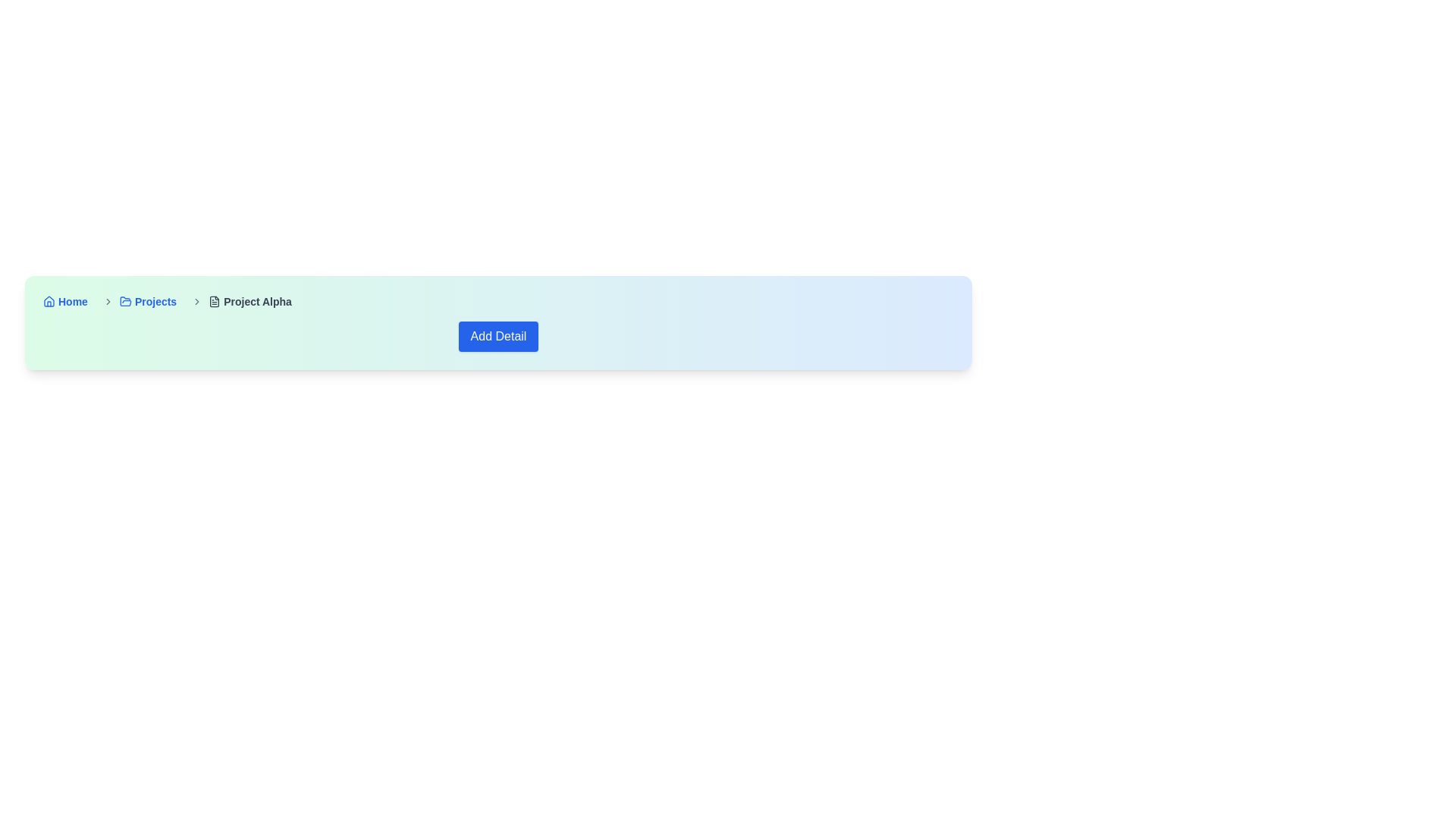  I want to click on the 'Home' text label in the breadcrumb navigation, which is styled in bold blue font and appears next to a house icon, so click(72, 301).